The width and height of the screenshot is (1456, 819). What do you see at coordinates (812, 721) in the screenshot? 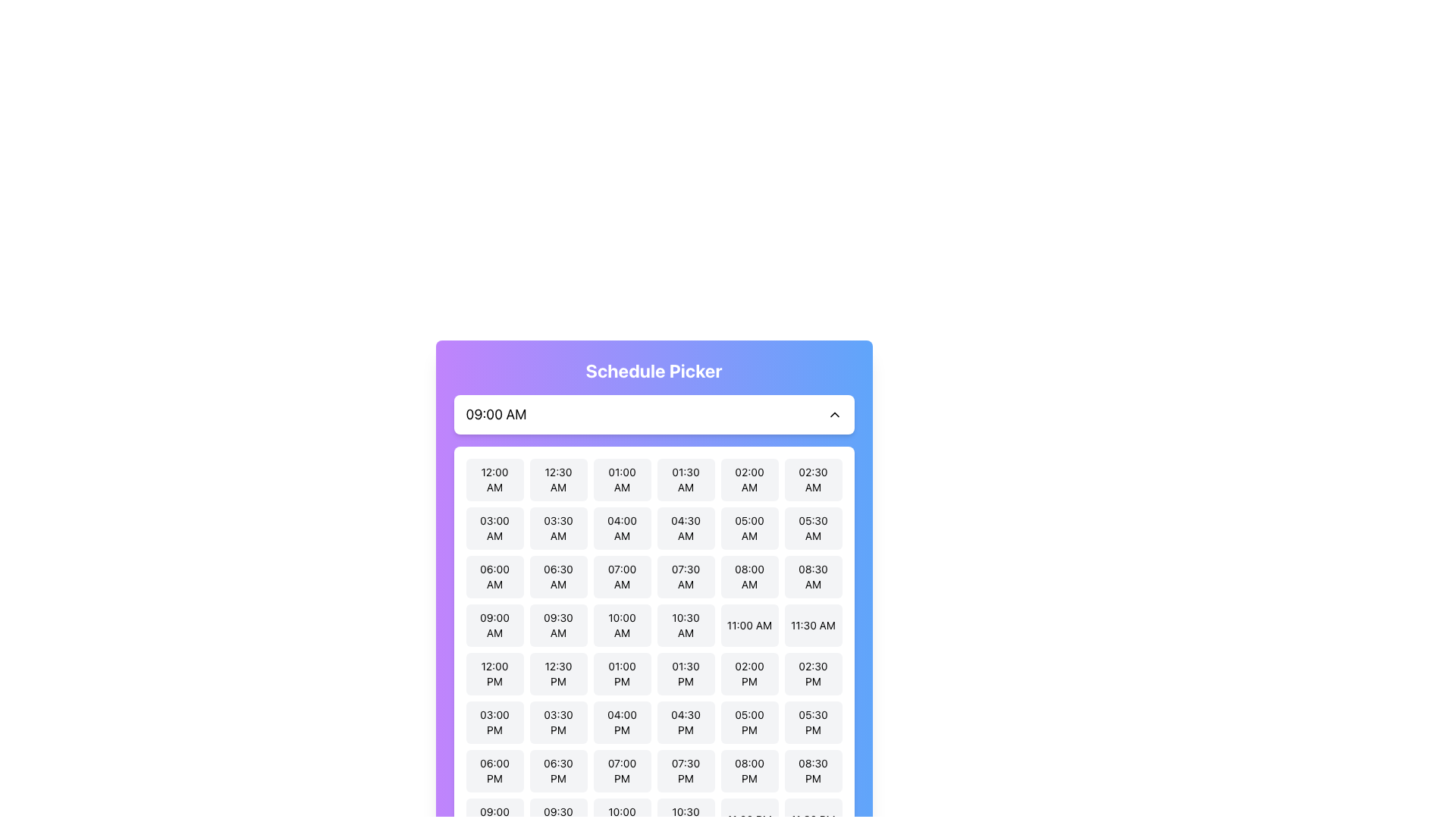
I see `the button representing the selectable time slot '05:30 PM' located in the bottom-right corner of the grid layout, positioned below '05:00 PM' and above '06:00 PM'` at bounding box center [812, 721].